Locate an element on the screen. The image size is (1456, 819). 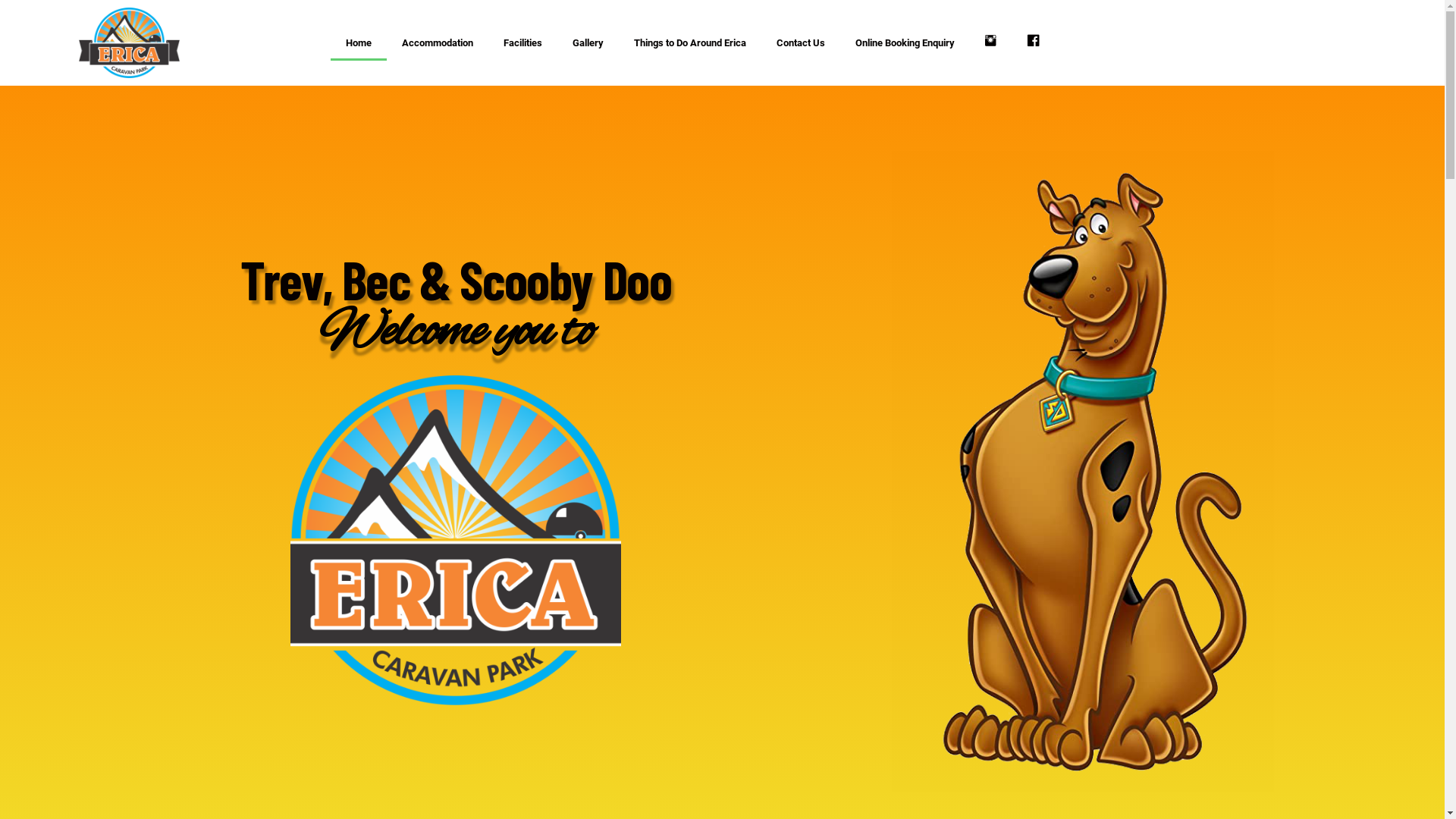
'Gallery' is located at coordinates (587, 42).